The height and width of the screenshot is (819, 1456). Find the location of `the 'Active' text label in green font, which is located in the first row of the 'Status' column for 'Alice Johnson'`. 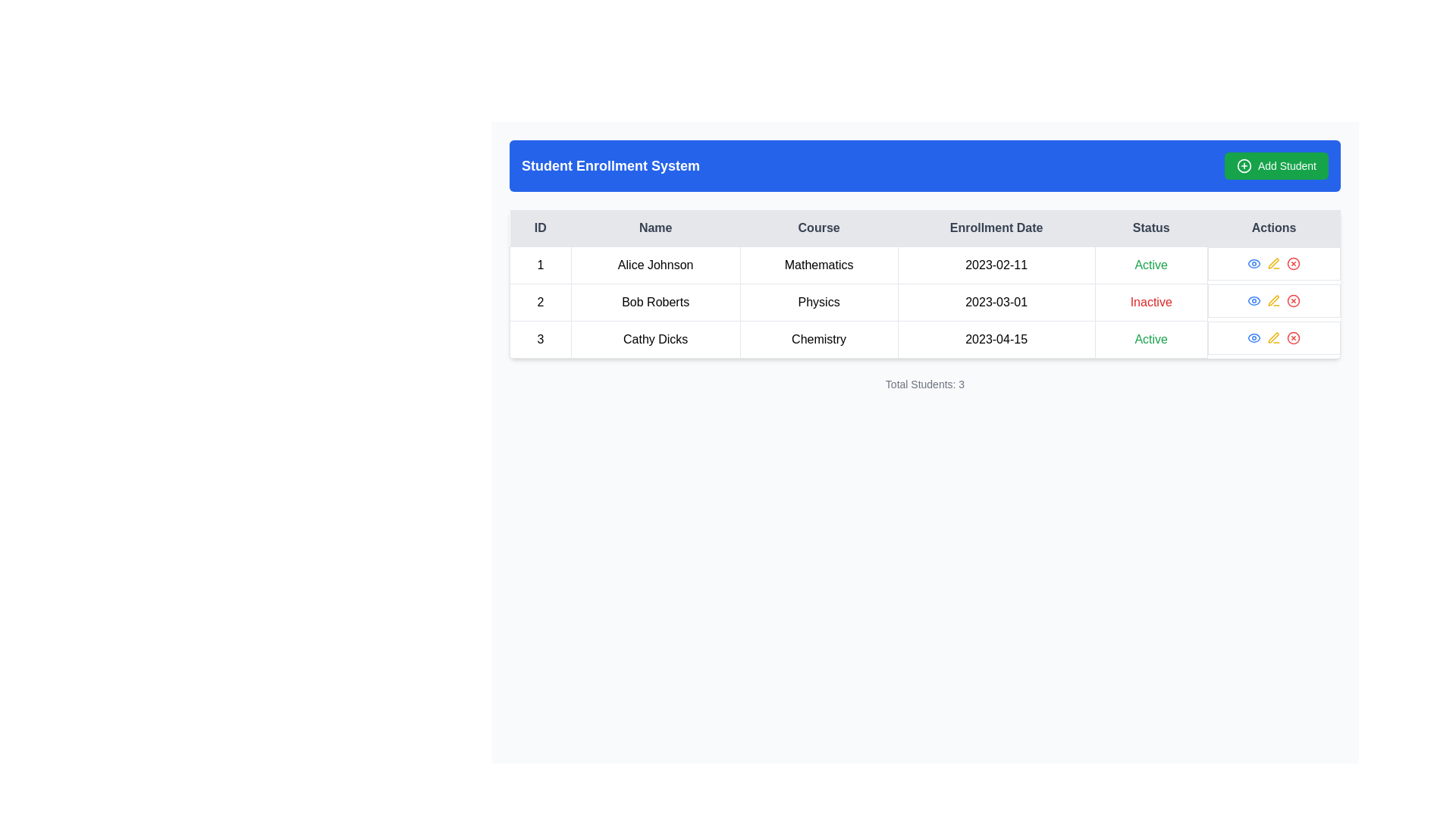

the 'Active' text label in green font, which is located in the first row of the 'Status' column for 'Alice Johnson' is located at coordinates (1151, 265).